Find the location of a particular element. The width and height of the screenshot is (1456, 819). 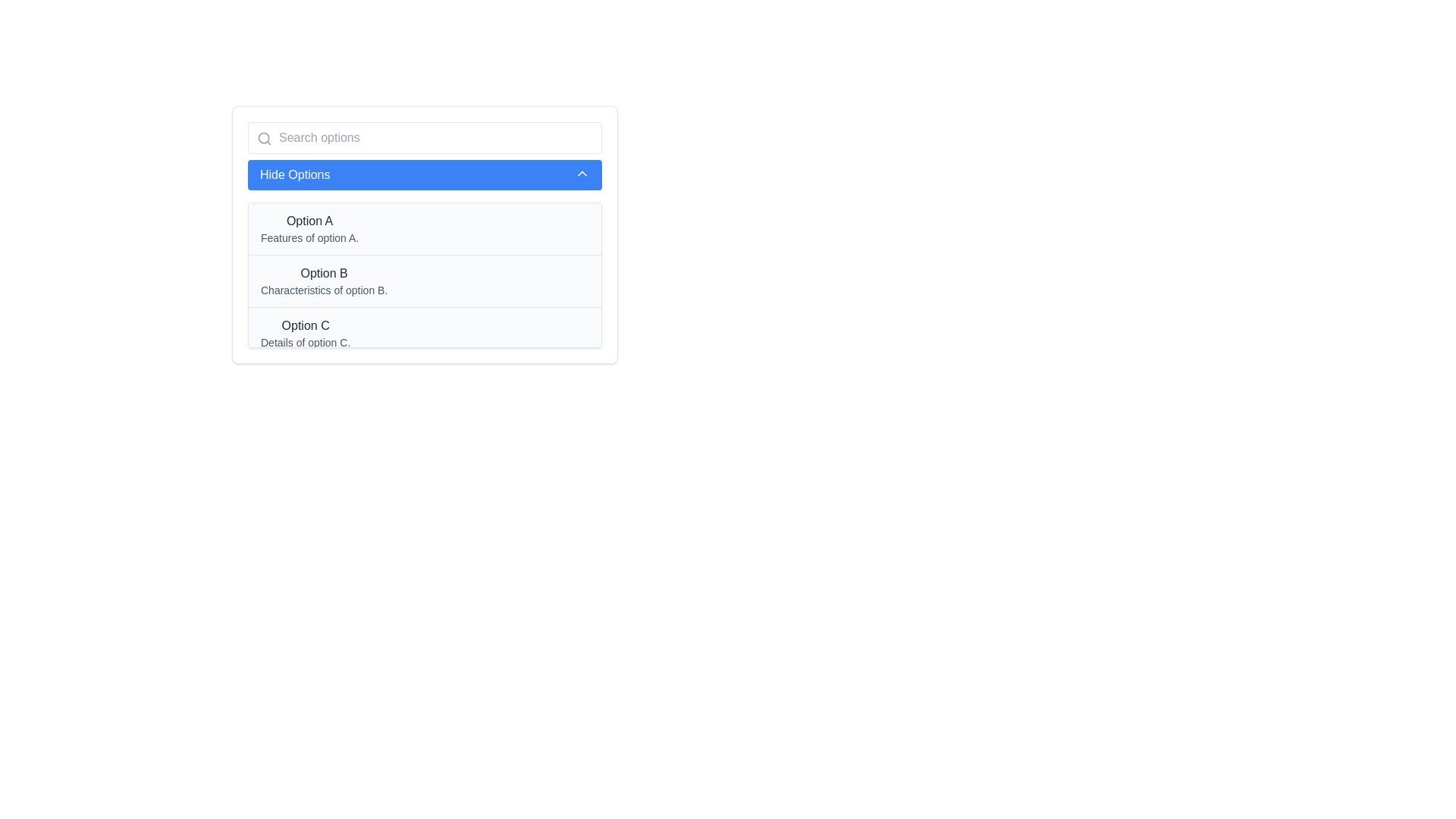

the circular magnifying glass icon in the top-left corner of the popup element is located at coordinates (264, 138).